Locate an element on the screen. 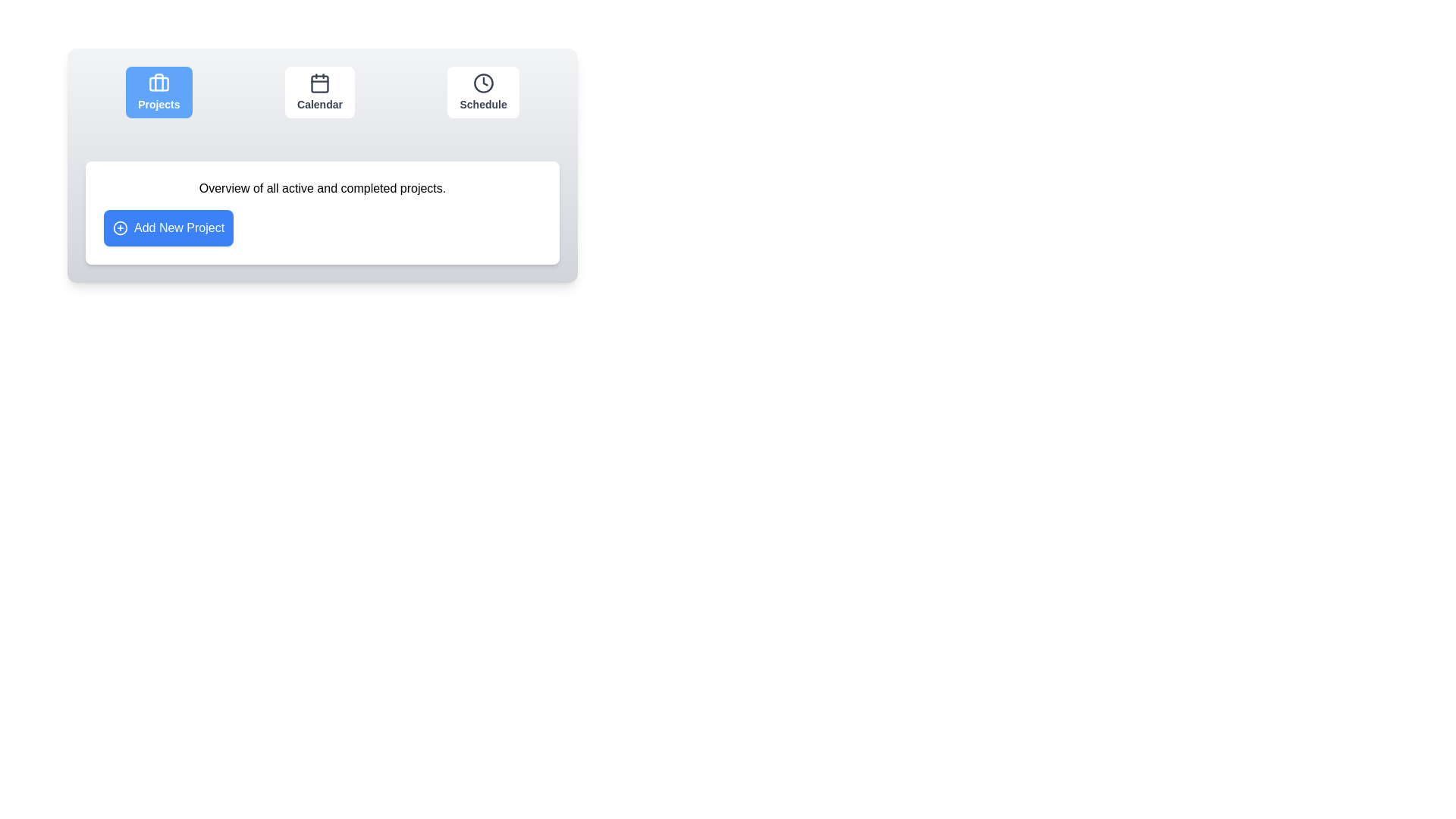 This screenshot has width=1456, height=819. the Projects tab by clicking its icon is located at coordinates (158, 93).